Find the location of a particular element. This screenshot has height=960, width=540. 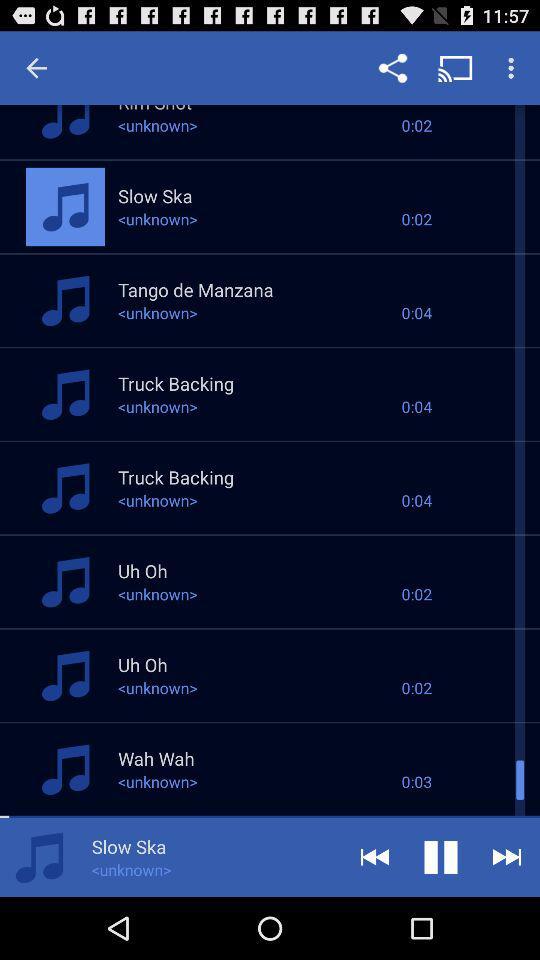

the music icon which is at the left of truck backing is located at coordinates (65, 393).